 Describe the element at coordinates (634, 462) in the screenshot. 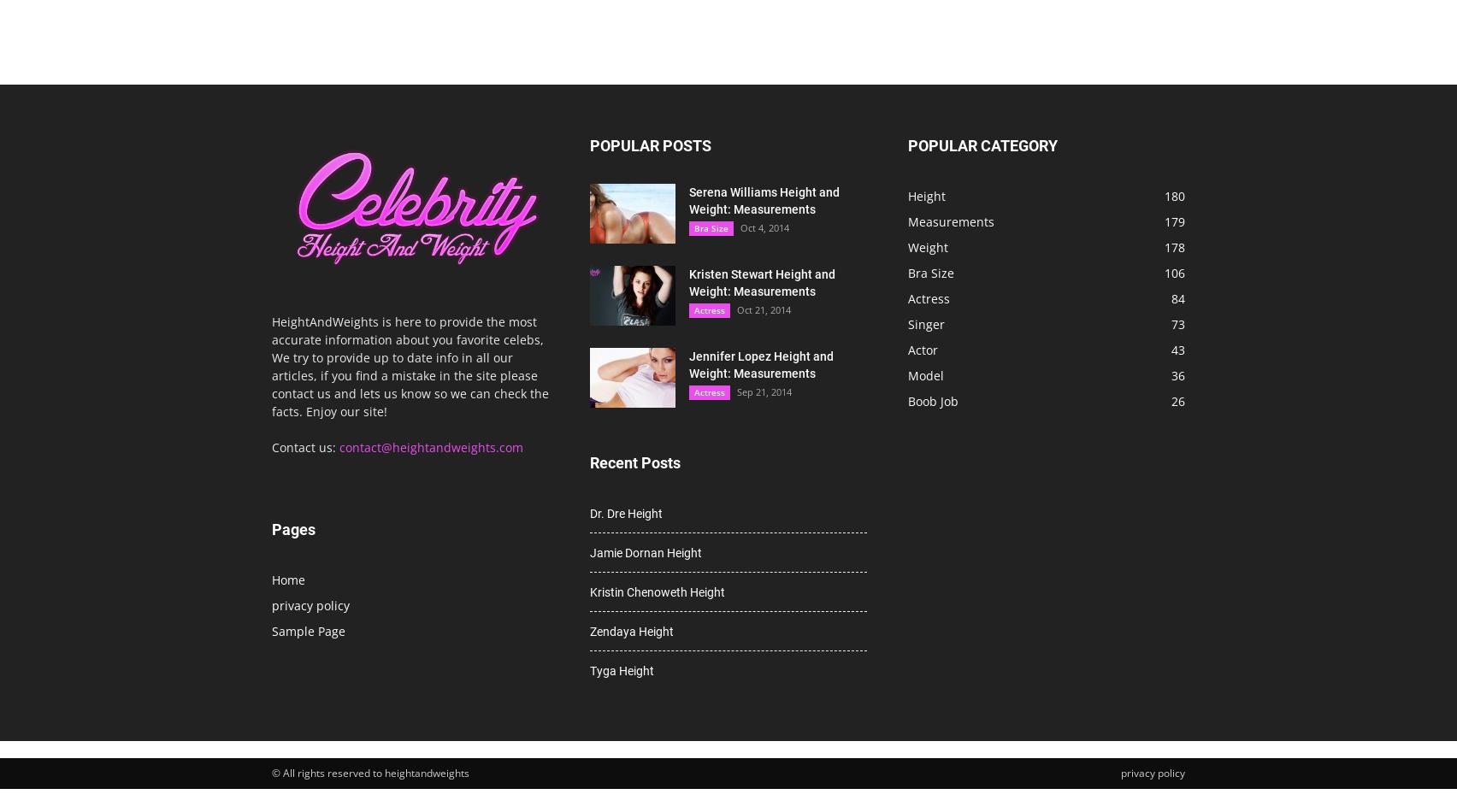

I see `'Recent Posts'` at that location.